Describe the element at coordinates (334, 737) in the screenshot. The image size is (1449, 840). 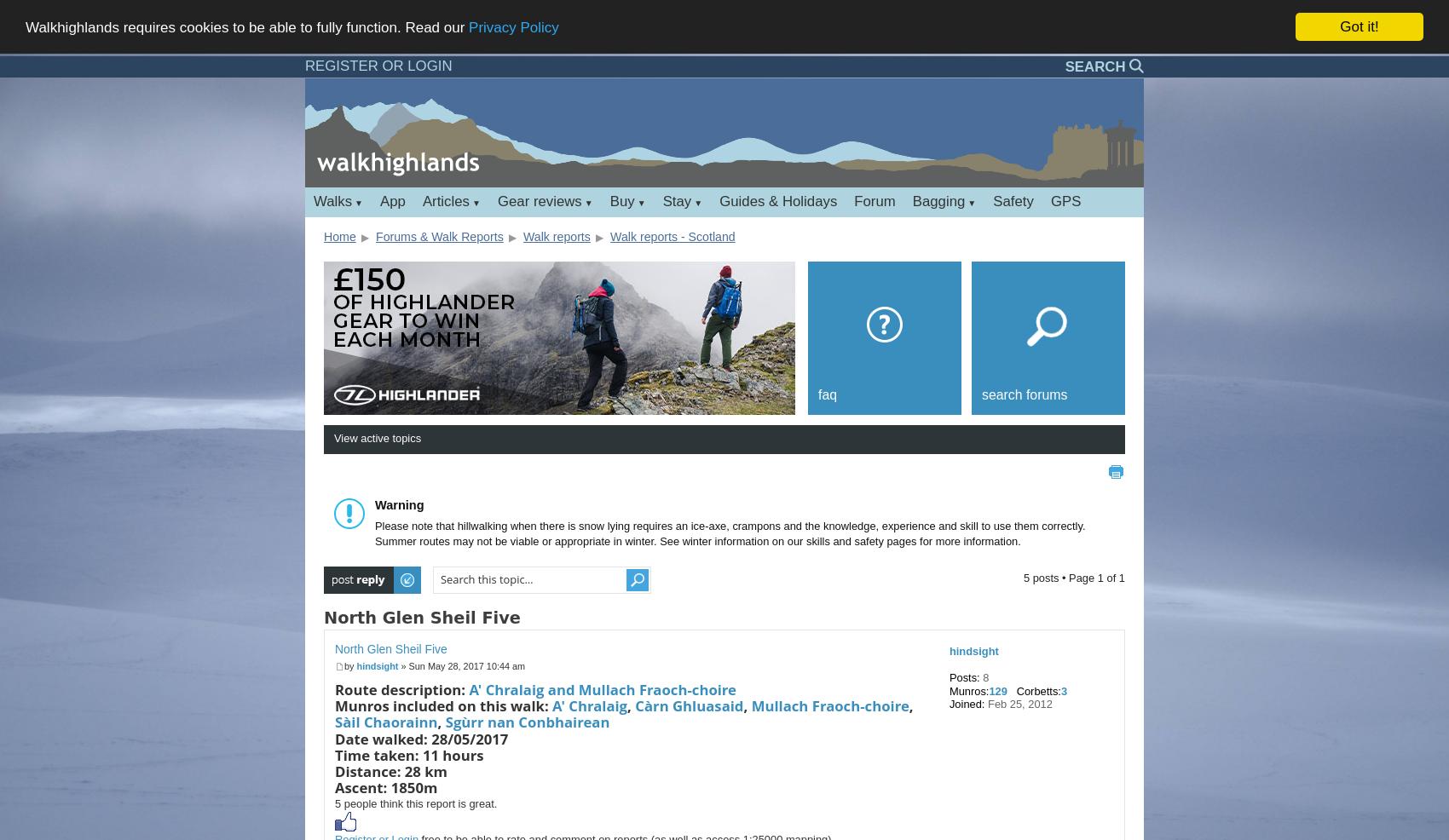
I see `'Date walked: 28/05/2017'` at that location.